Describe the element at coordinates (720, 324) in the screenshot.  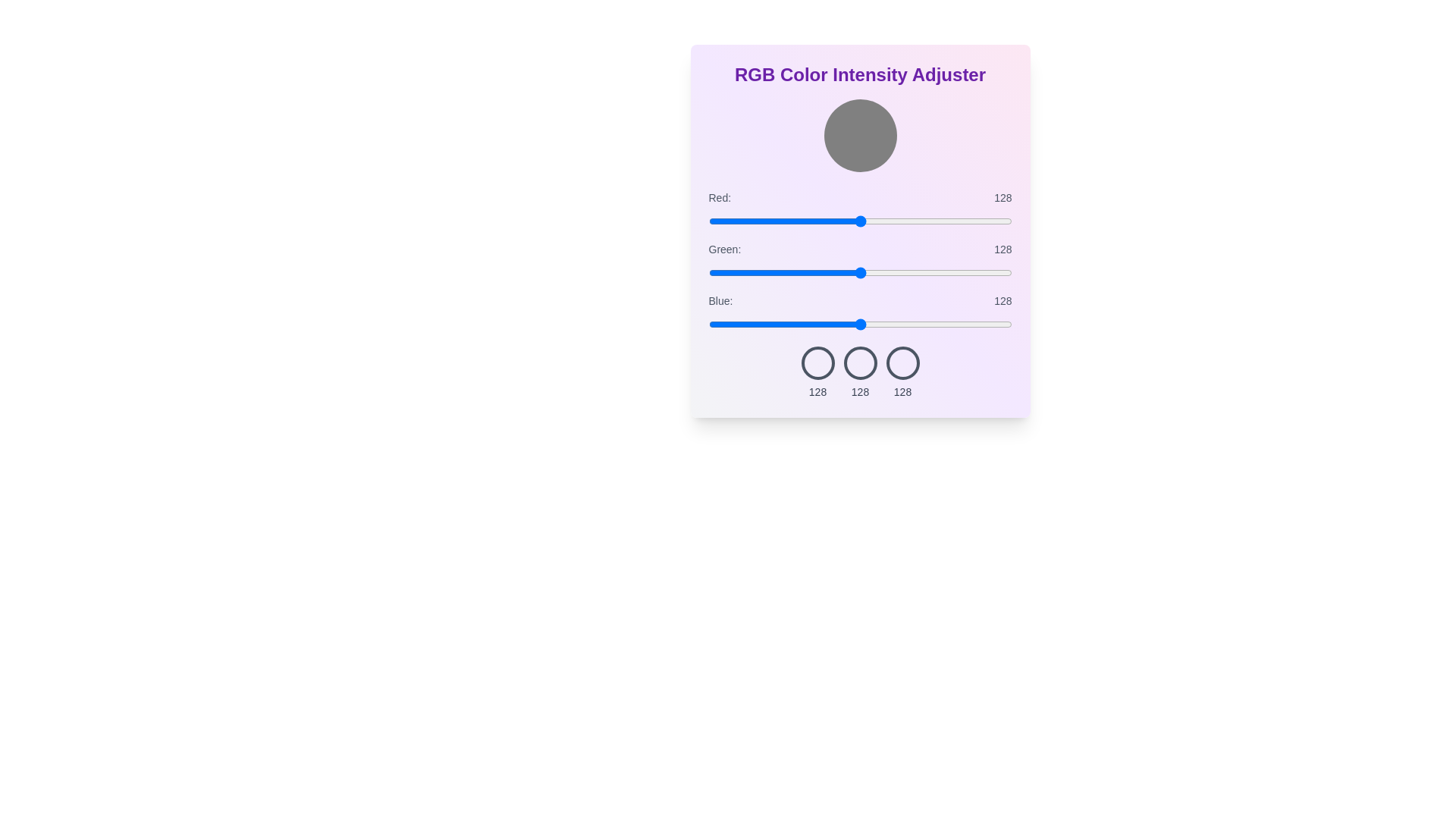
I see `the blue slider to 11` at that location.